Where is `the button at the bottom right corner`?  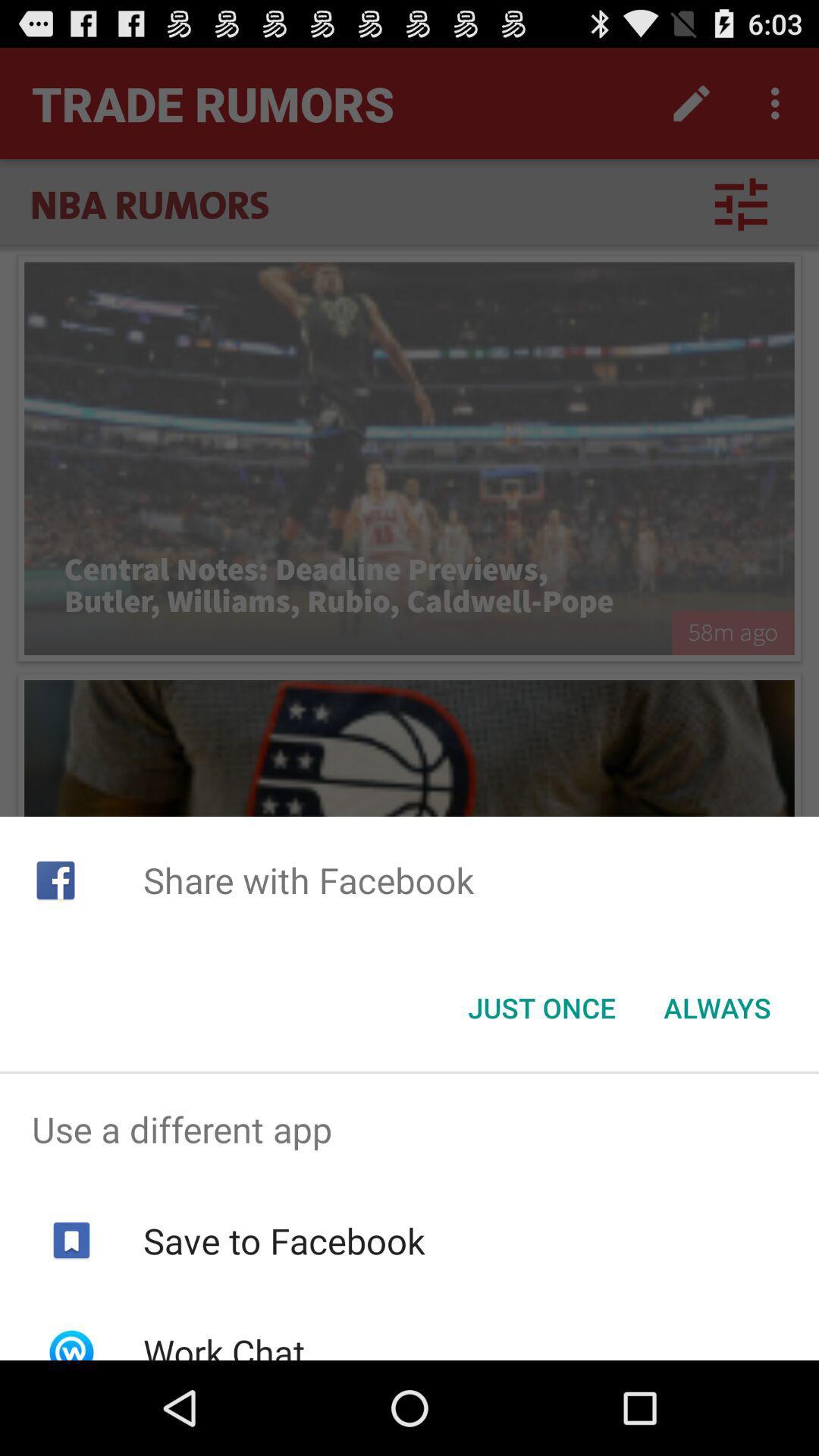
the button at the bottom right corner is located at coordinates (717, 1008).